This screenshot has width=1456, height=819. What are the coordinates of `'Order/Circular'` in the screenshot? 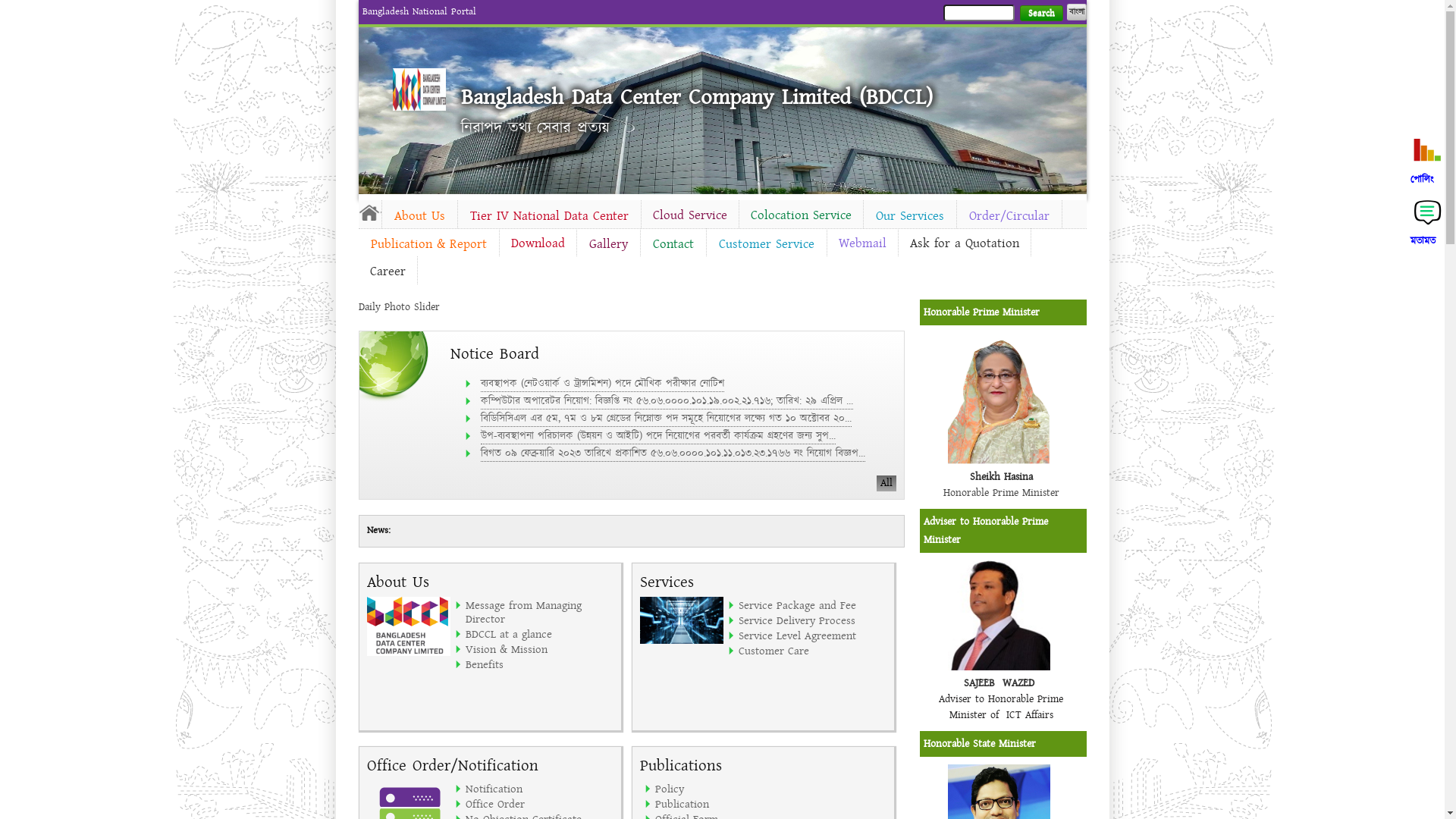 It's located at (956, 216).